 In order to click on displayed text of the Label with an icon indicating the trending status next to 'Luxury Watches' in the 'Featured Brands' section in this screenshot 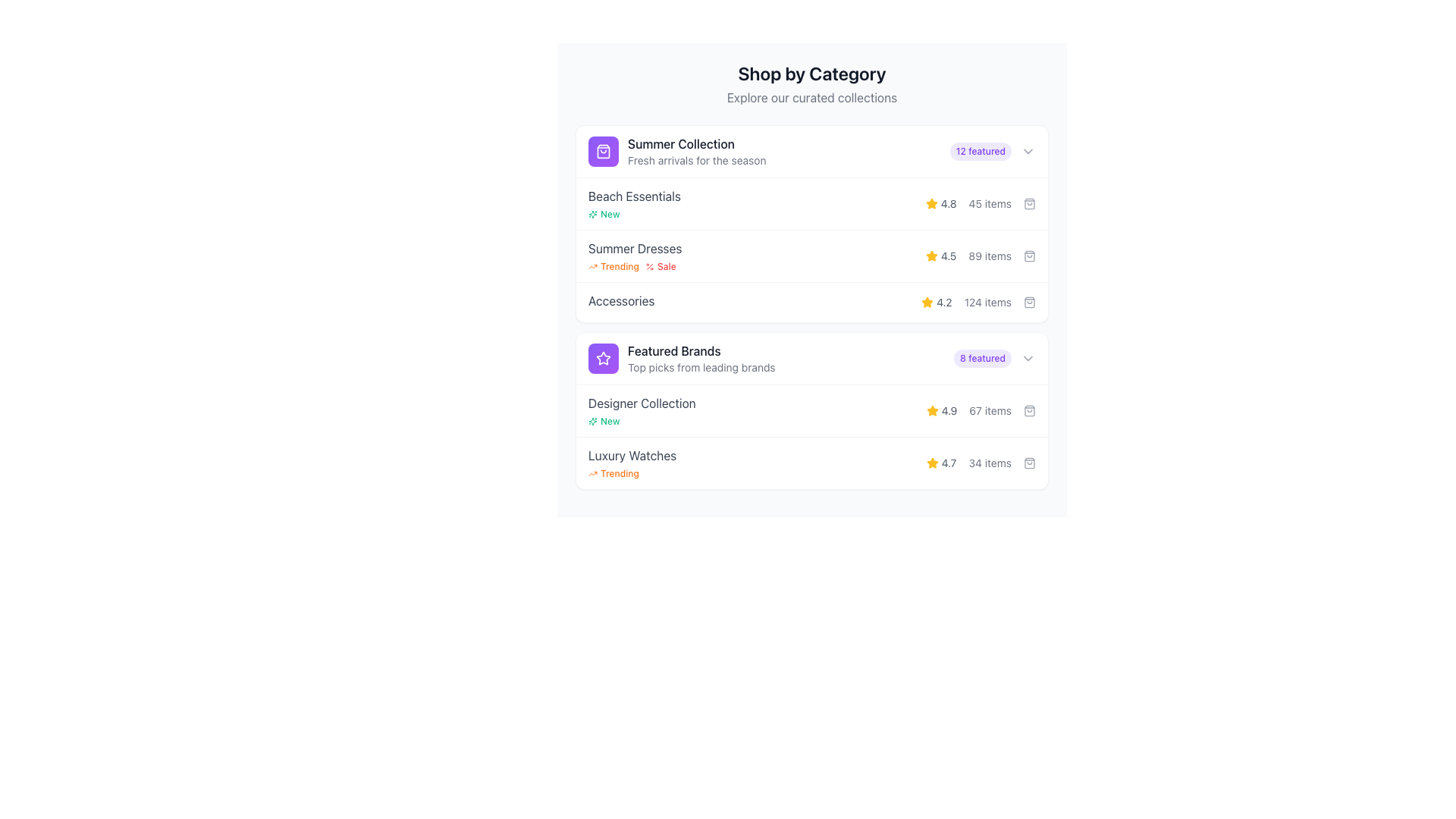, I will do `click(613, 472)`.